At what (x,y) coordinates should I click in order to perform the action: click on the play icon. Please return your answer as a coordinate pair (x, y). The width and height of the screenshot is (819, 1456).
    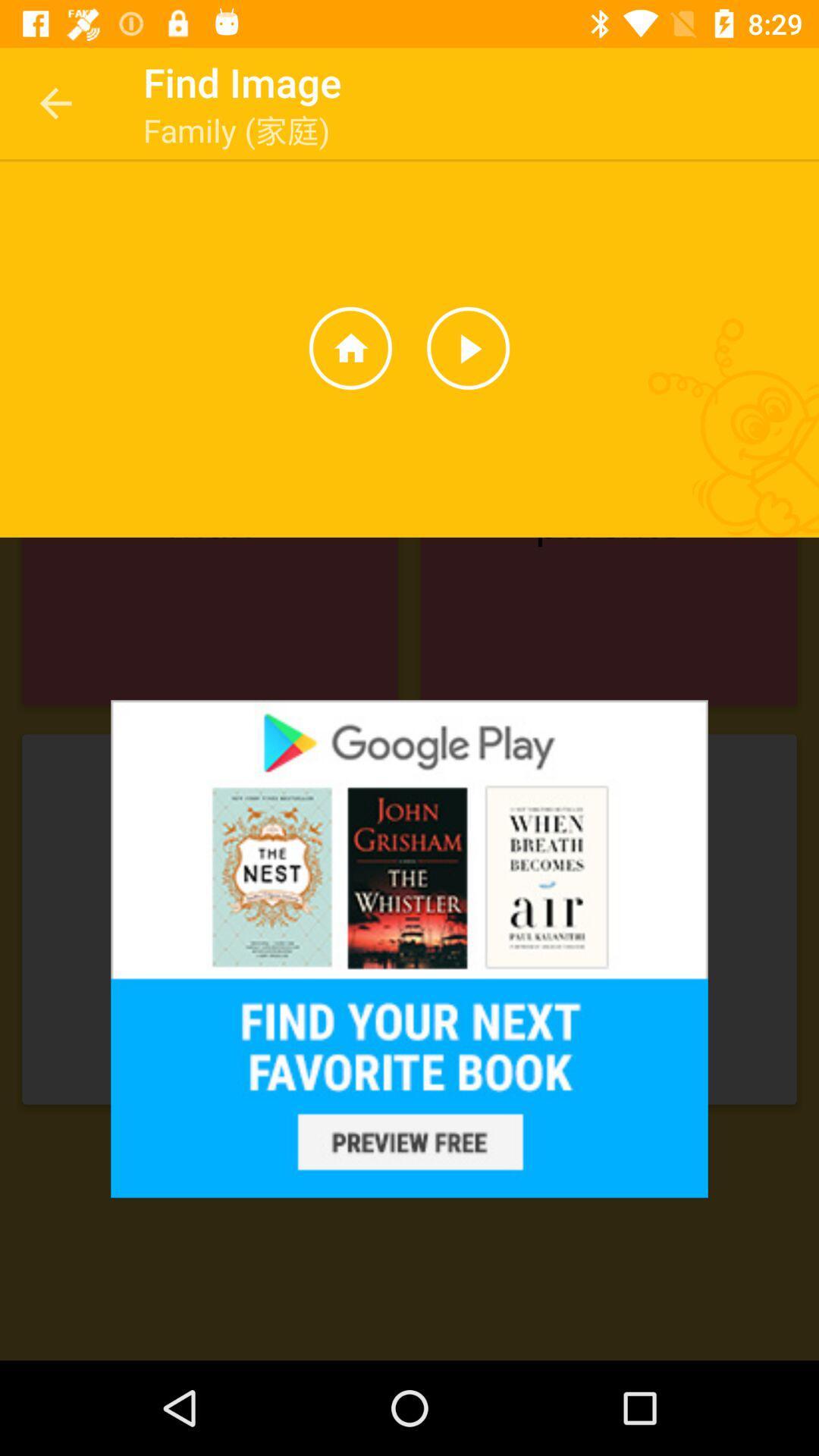
    Looking at the image, I should click on (467, 347).